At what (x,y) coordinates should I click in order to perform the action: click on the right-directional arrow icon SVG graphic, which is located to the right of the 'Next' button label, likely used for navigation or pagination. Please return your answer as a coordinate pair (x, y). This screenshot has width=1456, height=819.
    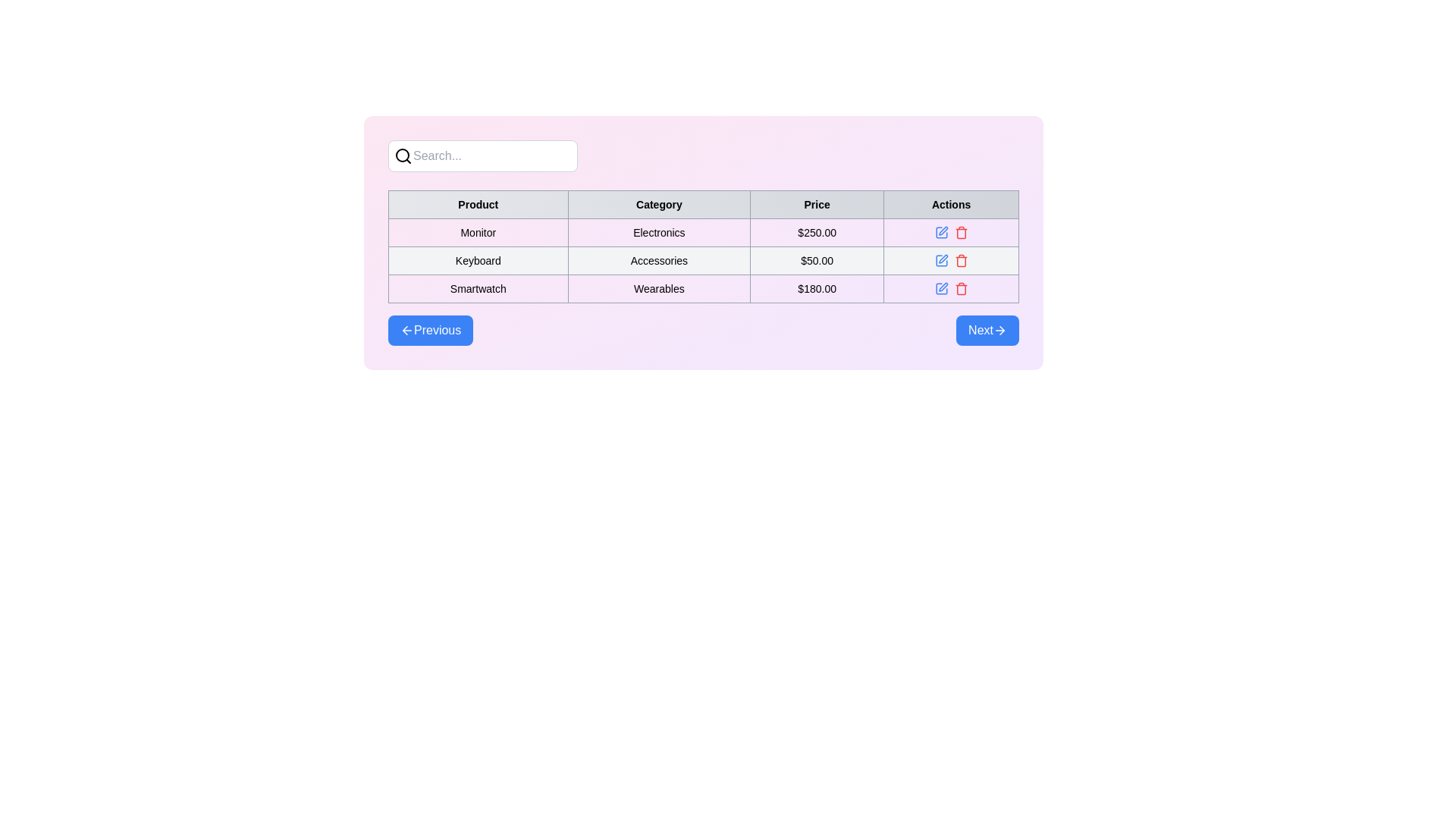
    Looking at the image, I should click on (1002, 329).